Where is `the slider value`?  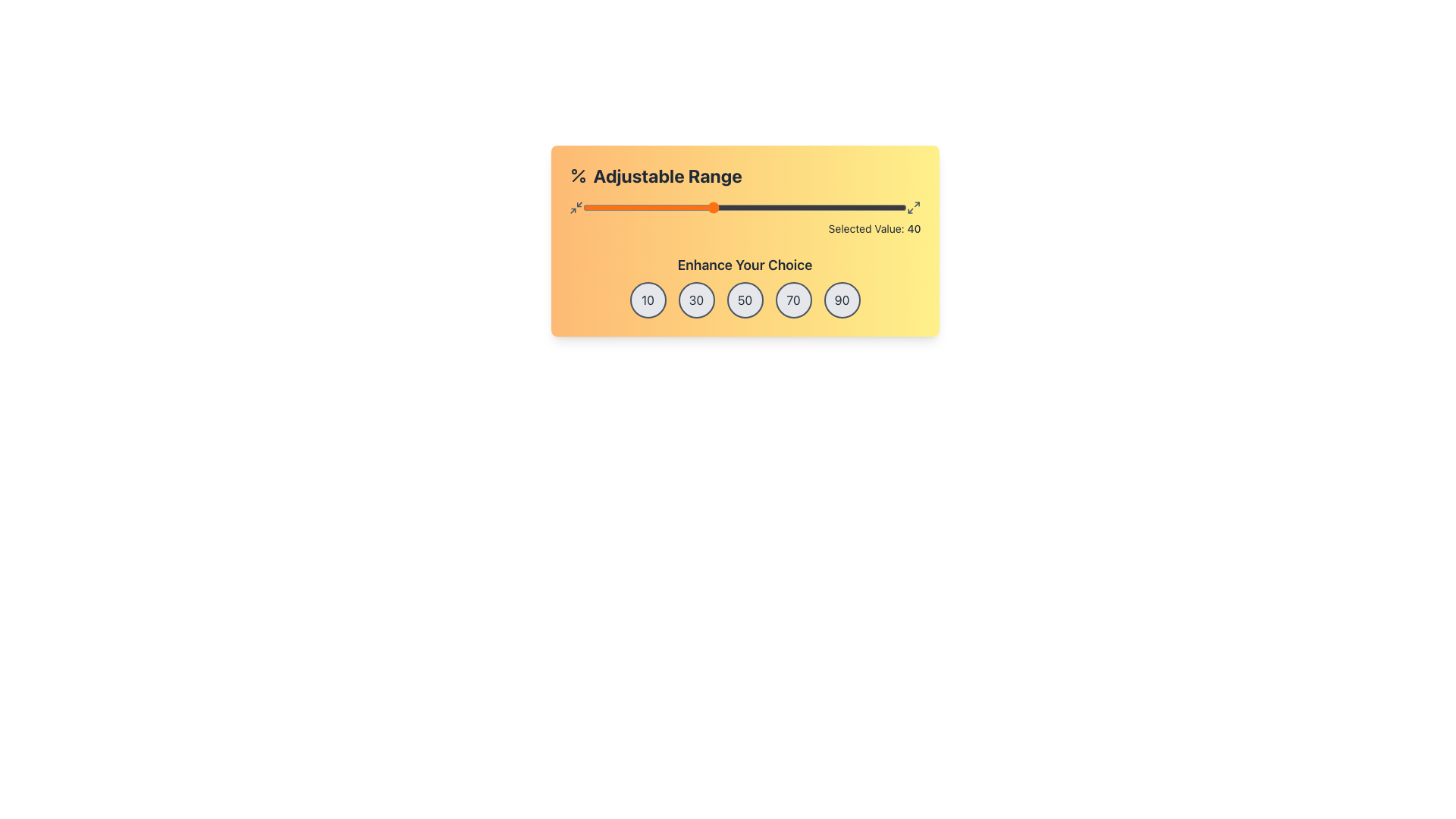 the slider value is located at coordinates (848, 207).